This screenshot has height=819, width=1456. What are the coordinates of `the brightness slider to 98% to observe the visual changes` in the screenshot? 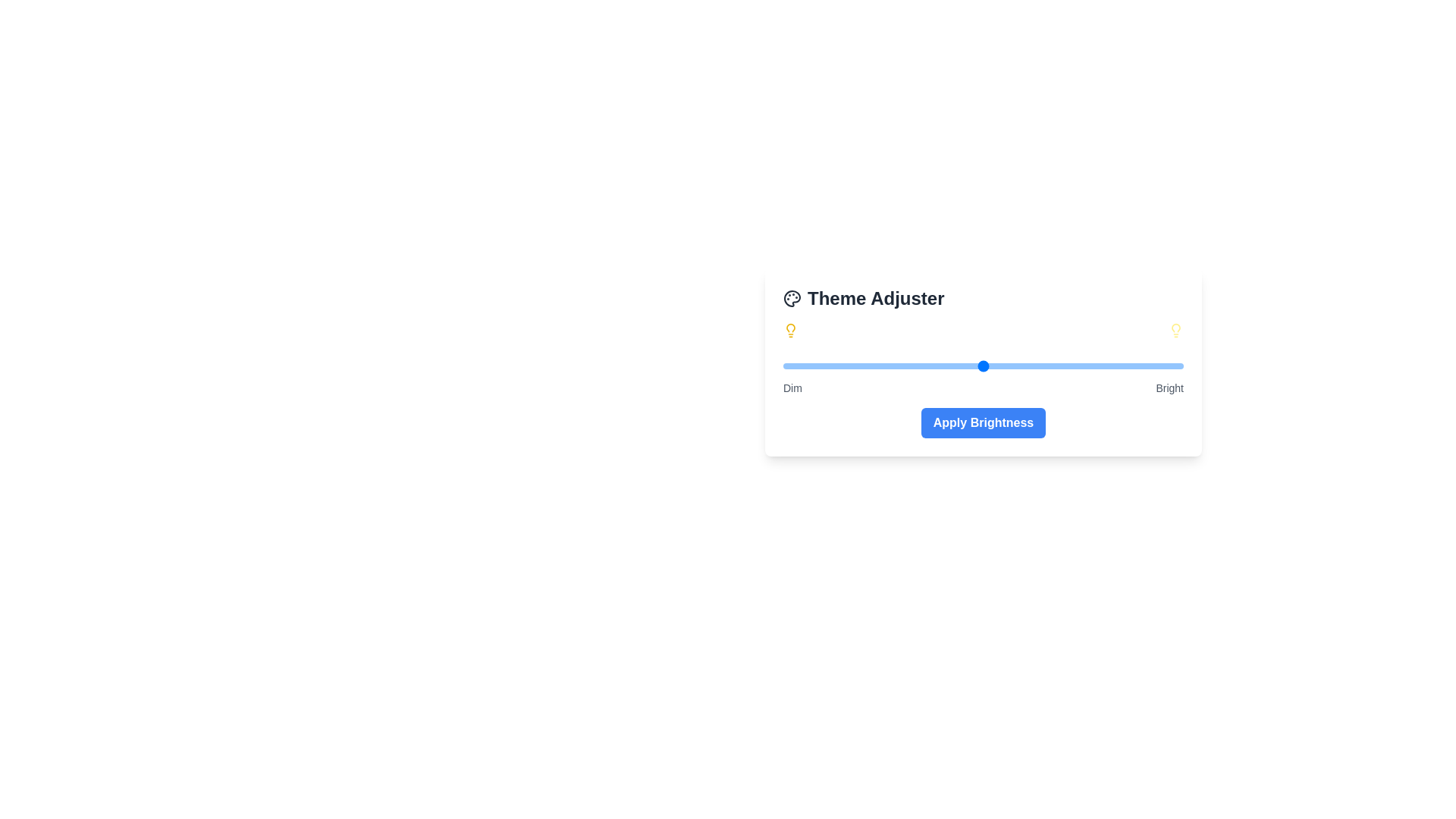 It's located at (1175, 366).